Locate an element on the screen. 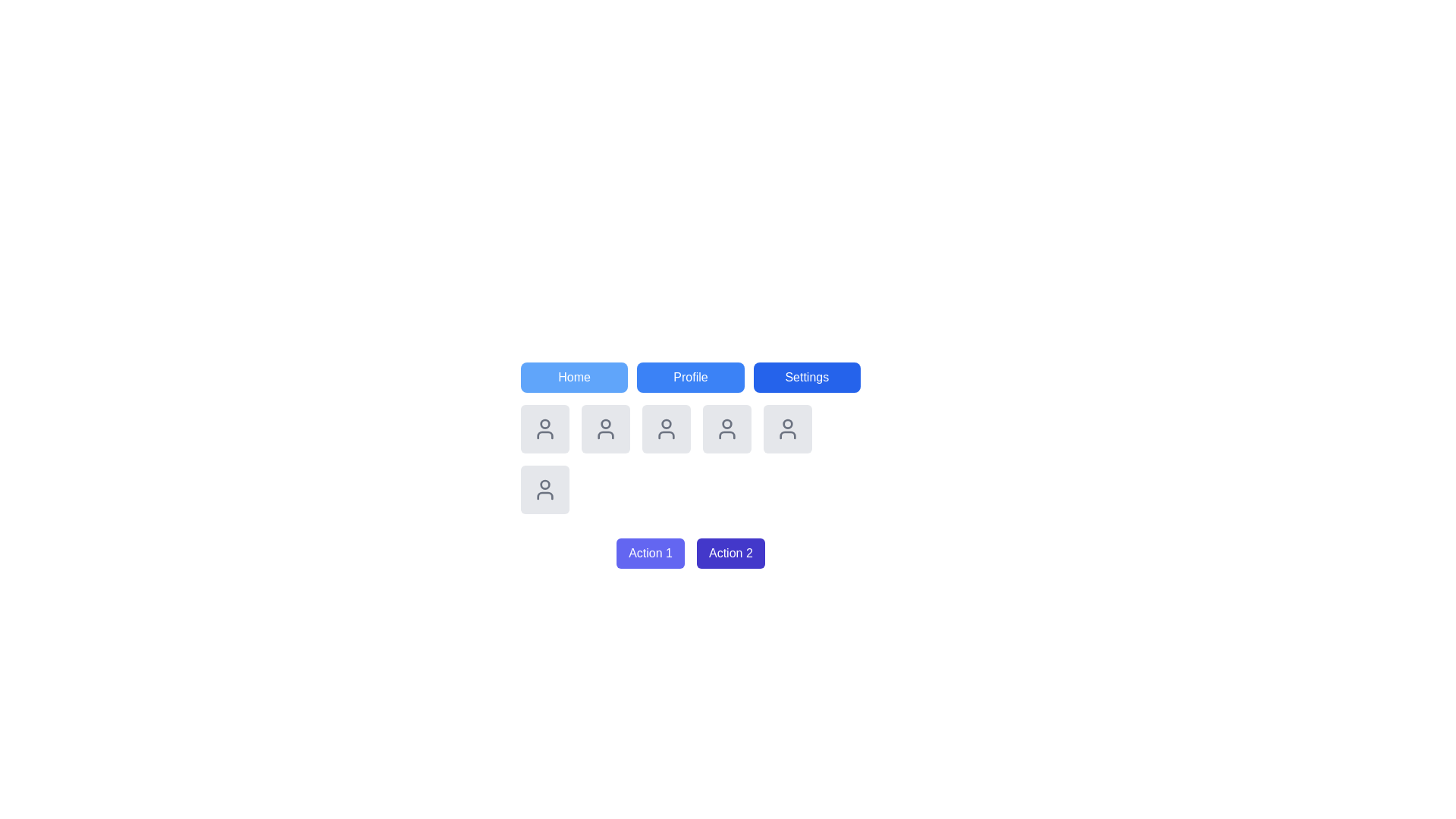 This screenshot has width=1456, height=819. the Icon button, which is a non-interactive square button with a gray background and a user icon, located in the fifth position of the first row of buttons is located at coordinates (726, 429).